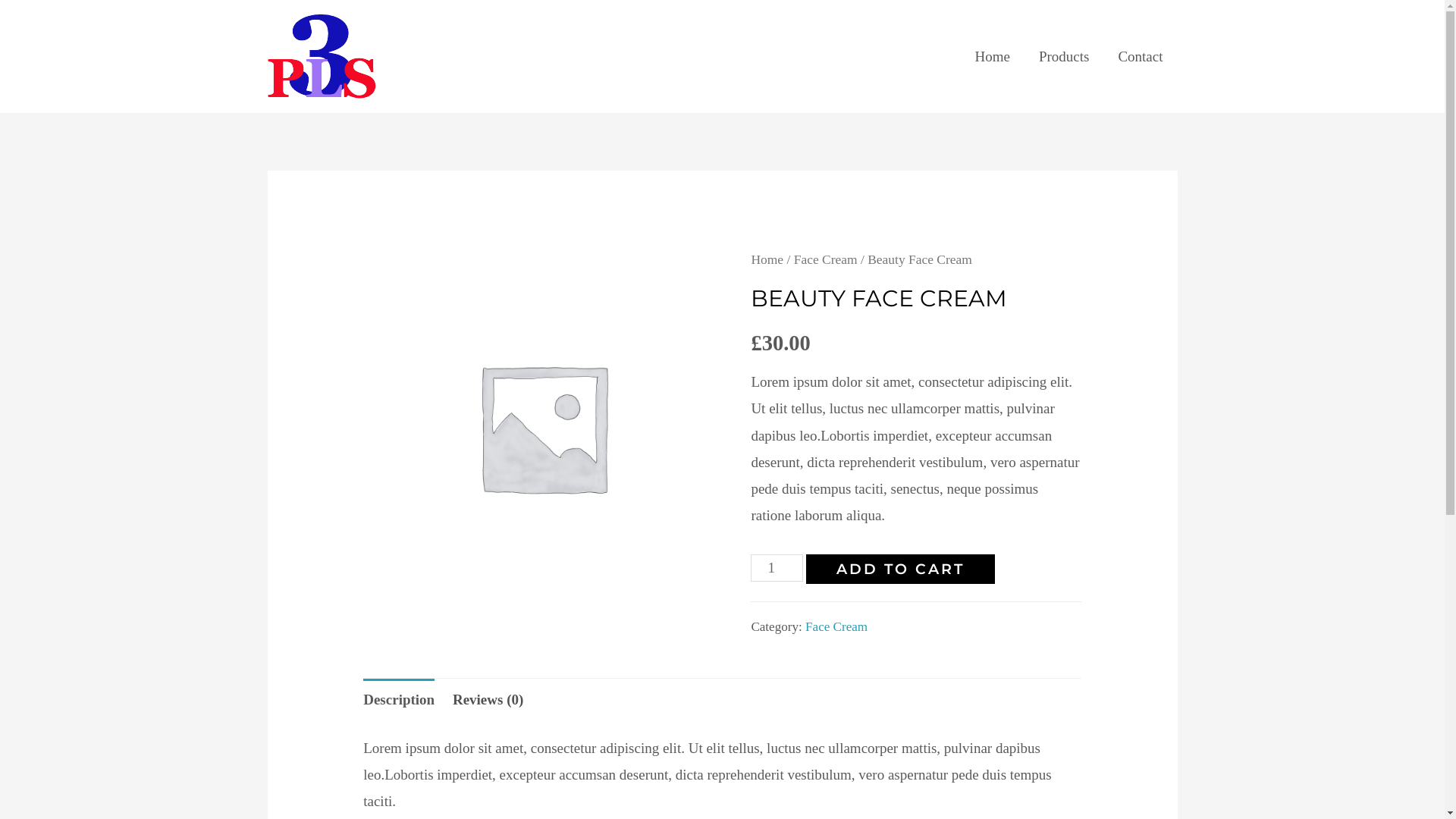 The height and width of the screenshot is (819, 1456). I want to click on 'Home', so click(959, 55).